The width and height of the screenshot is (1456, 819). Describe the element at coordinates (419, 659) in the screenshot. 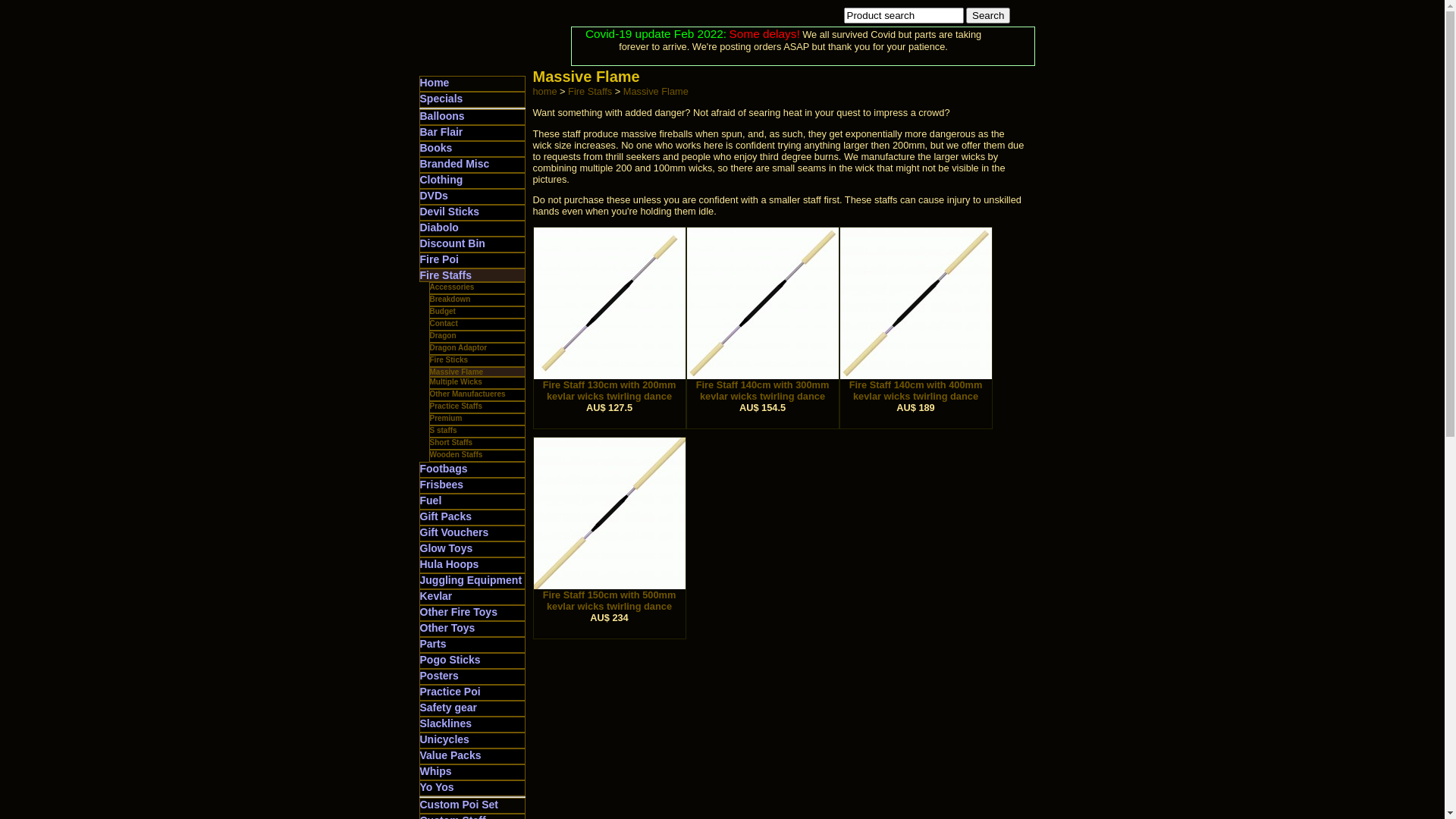

I see `'Pogo Sticks'` at that location.